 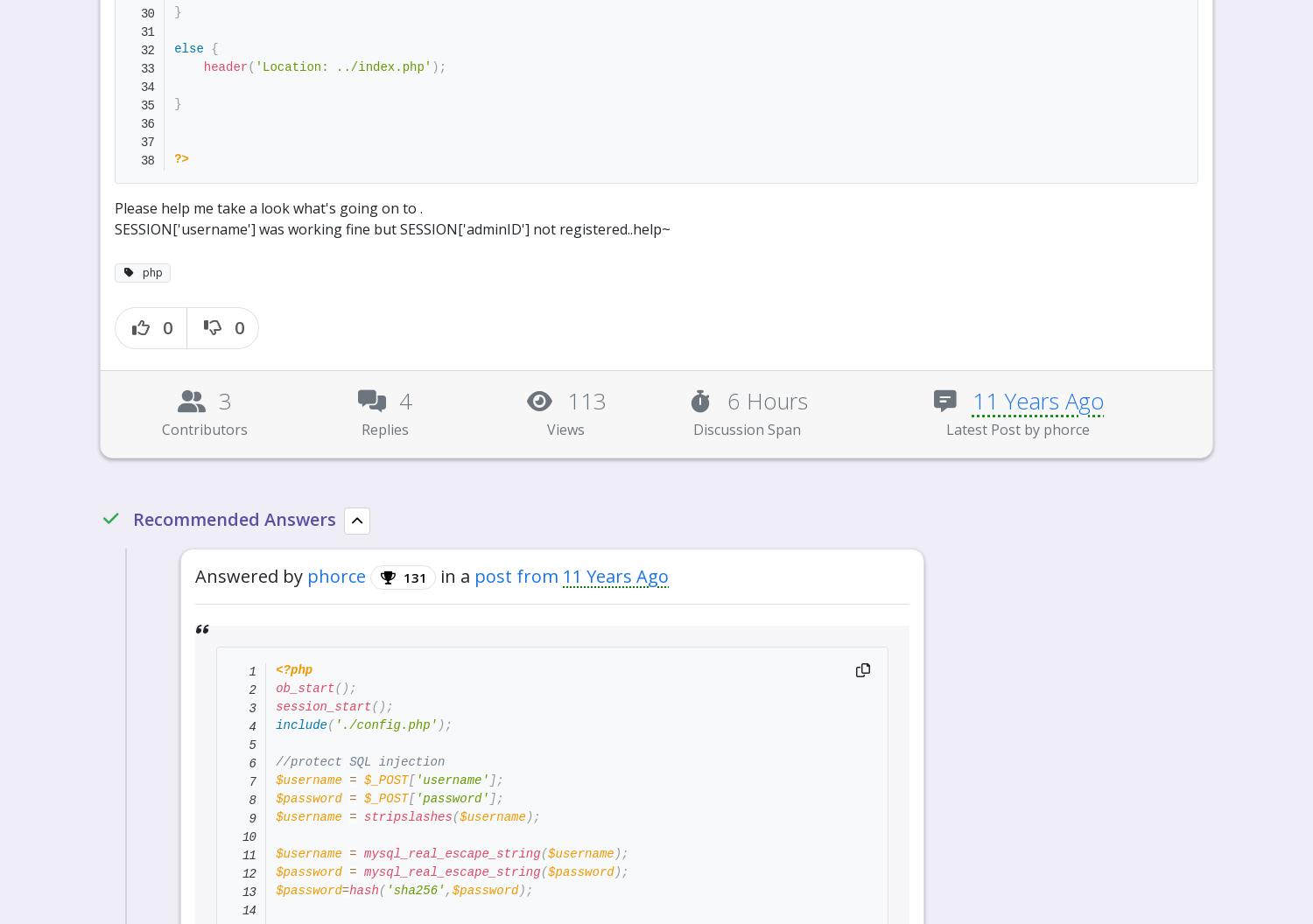 I want to click on 'If this thread is solved, please mark it as solve. And give respect to those who you think helped you.', so click(x=519, y=79).